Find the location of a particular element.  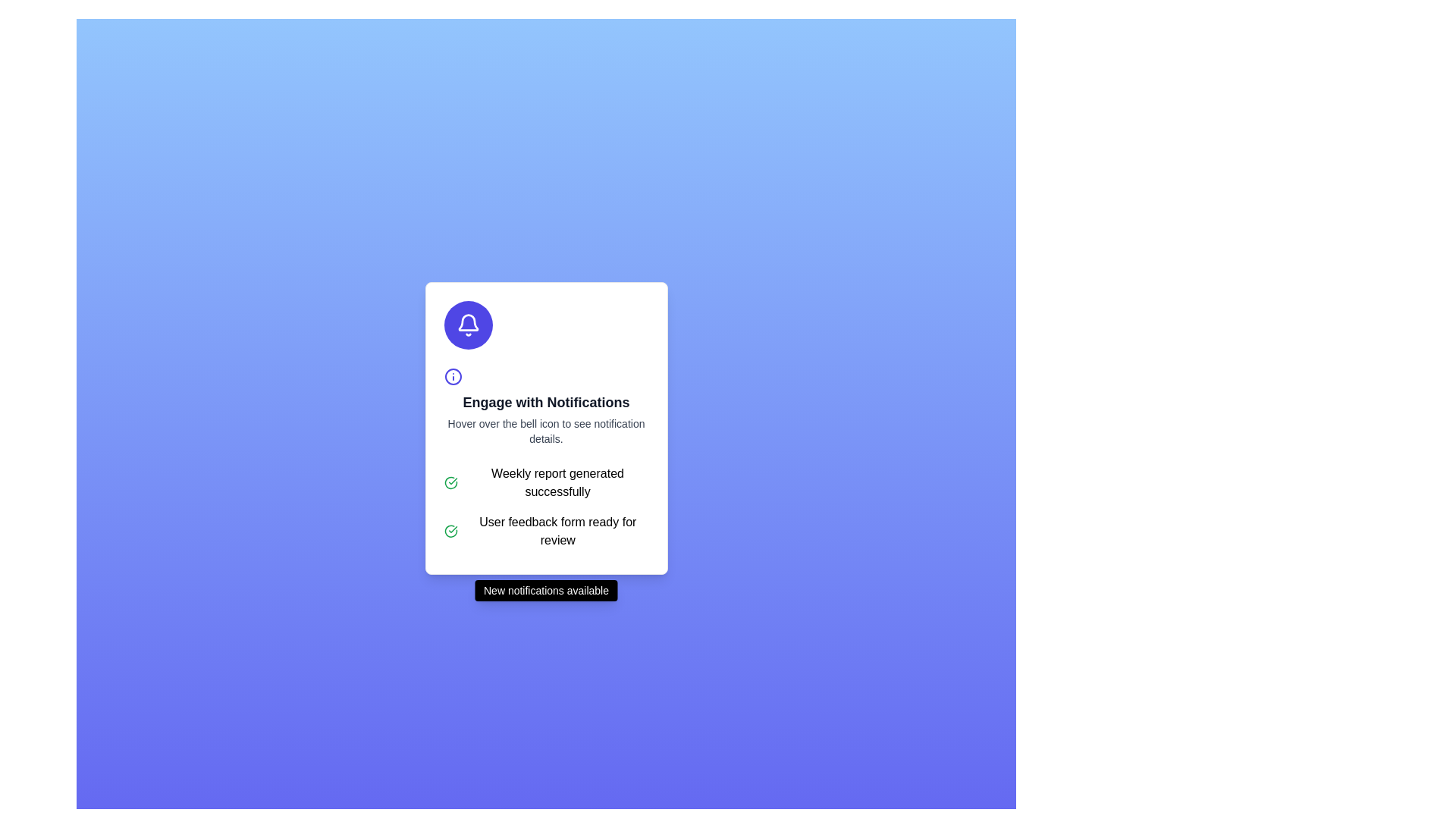

prominent title text 'Engage with Notifications' which is styled in bold and large font, located at the center of a white modal box is located at coordinates (546, 402).